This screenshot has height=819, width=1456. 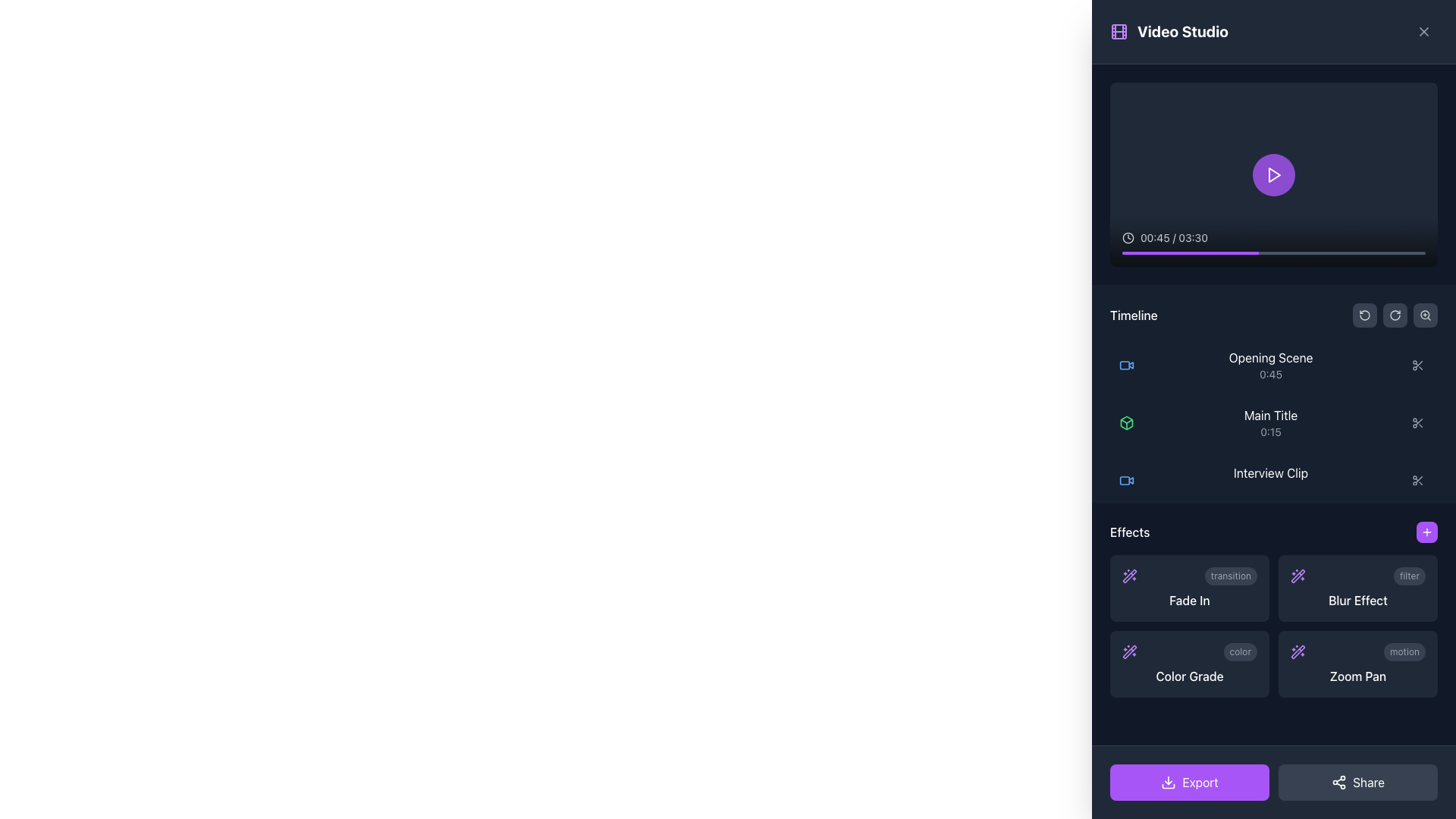 I want to click on the diagonal graphical icon resembling a wand with sparkles, styled in purple, located in the effects section at the top-left corner of the group of effect icons, so click(x=1298, y=576).